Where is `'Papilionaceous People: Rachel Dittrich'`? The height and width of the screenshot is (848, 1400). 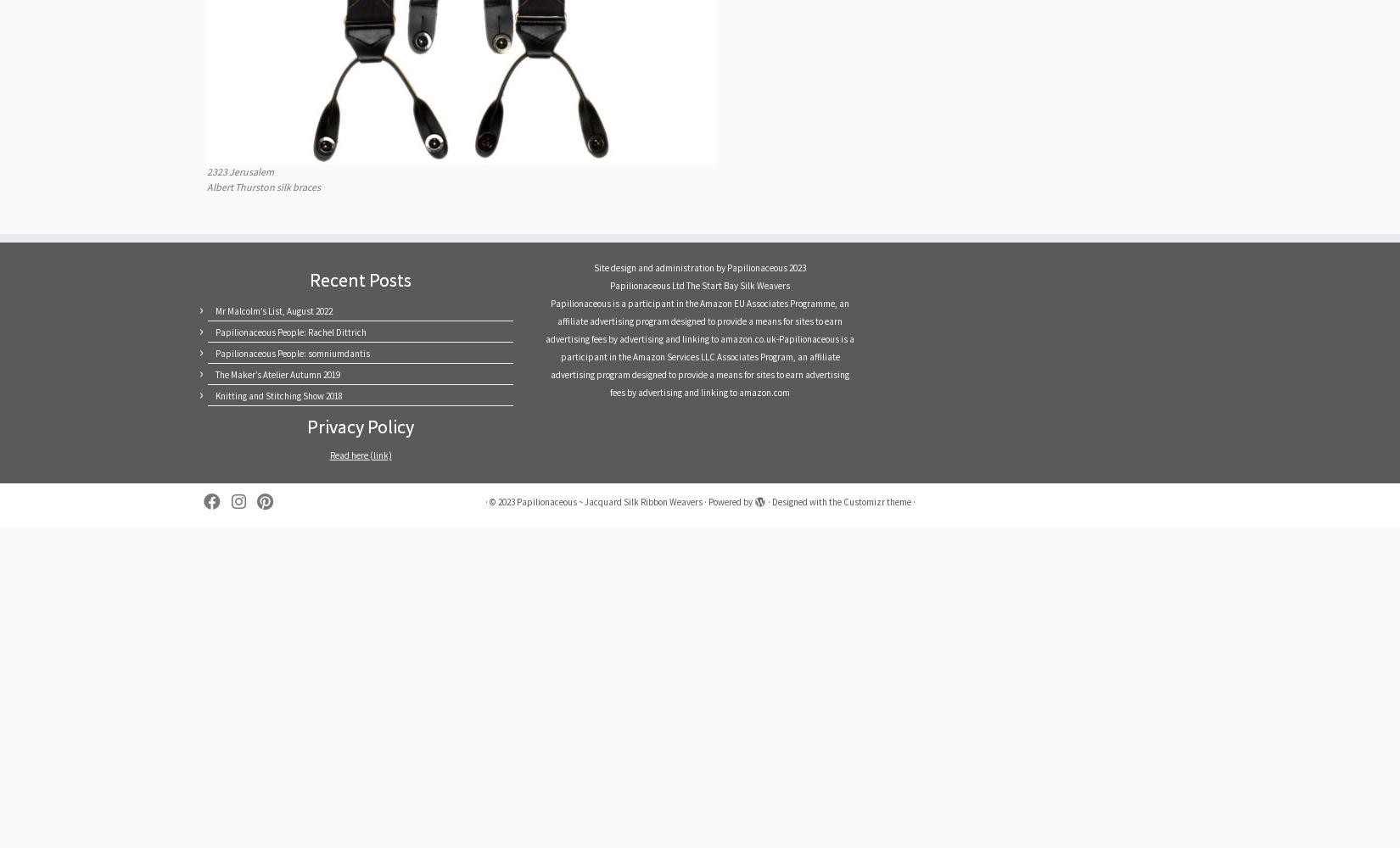 'Papilionaceous People: Rachel Dittrich' is located at coordinates (291, 332).